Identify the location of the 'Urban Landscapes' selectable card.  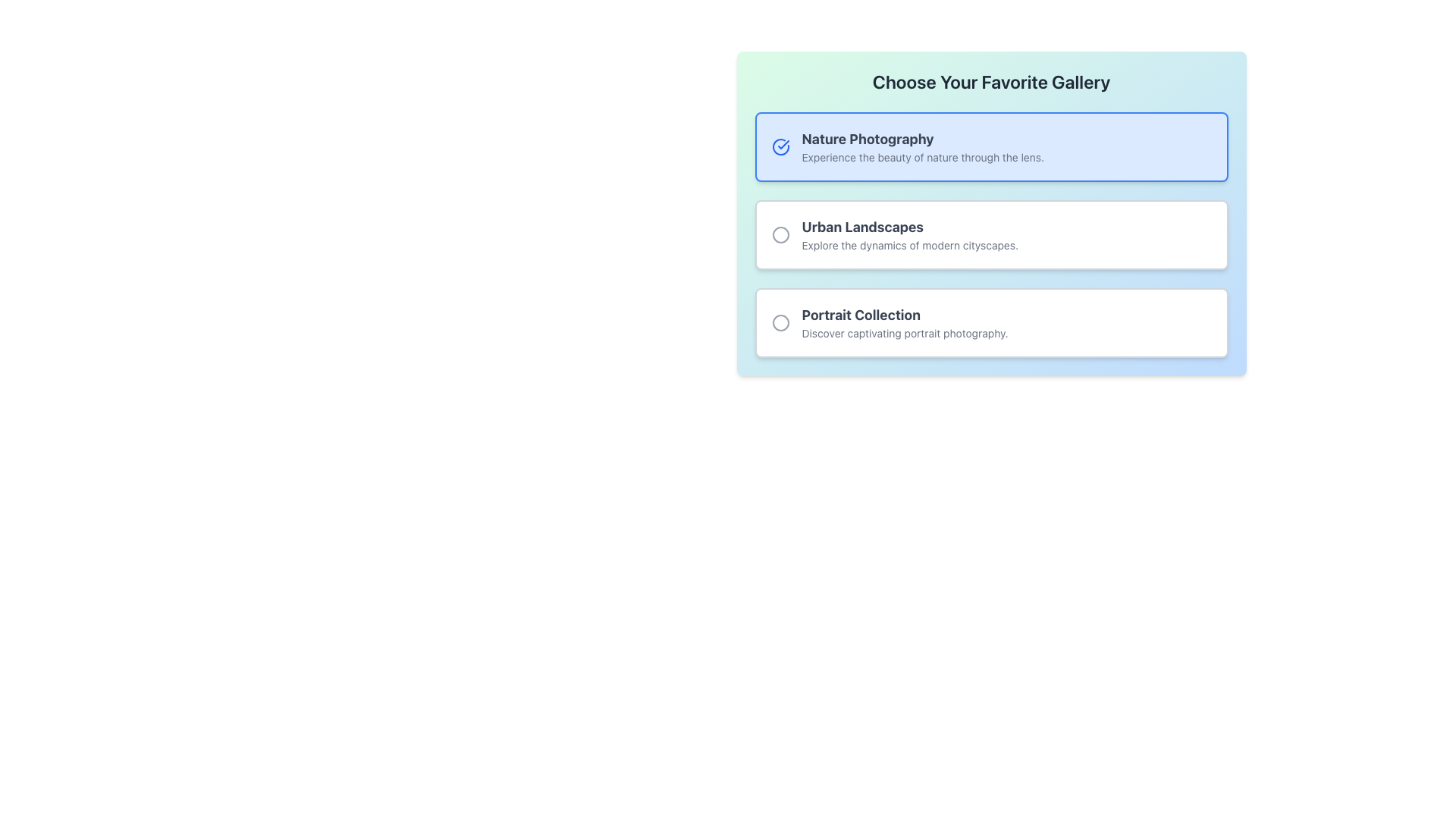
(991, 234).